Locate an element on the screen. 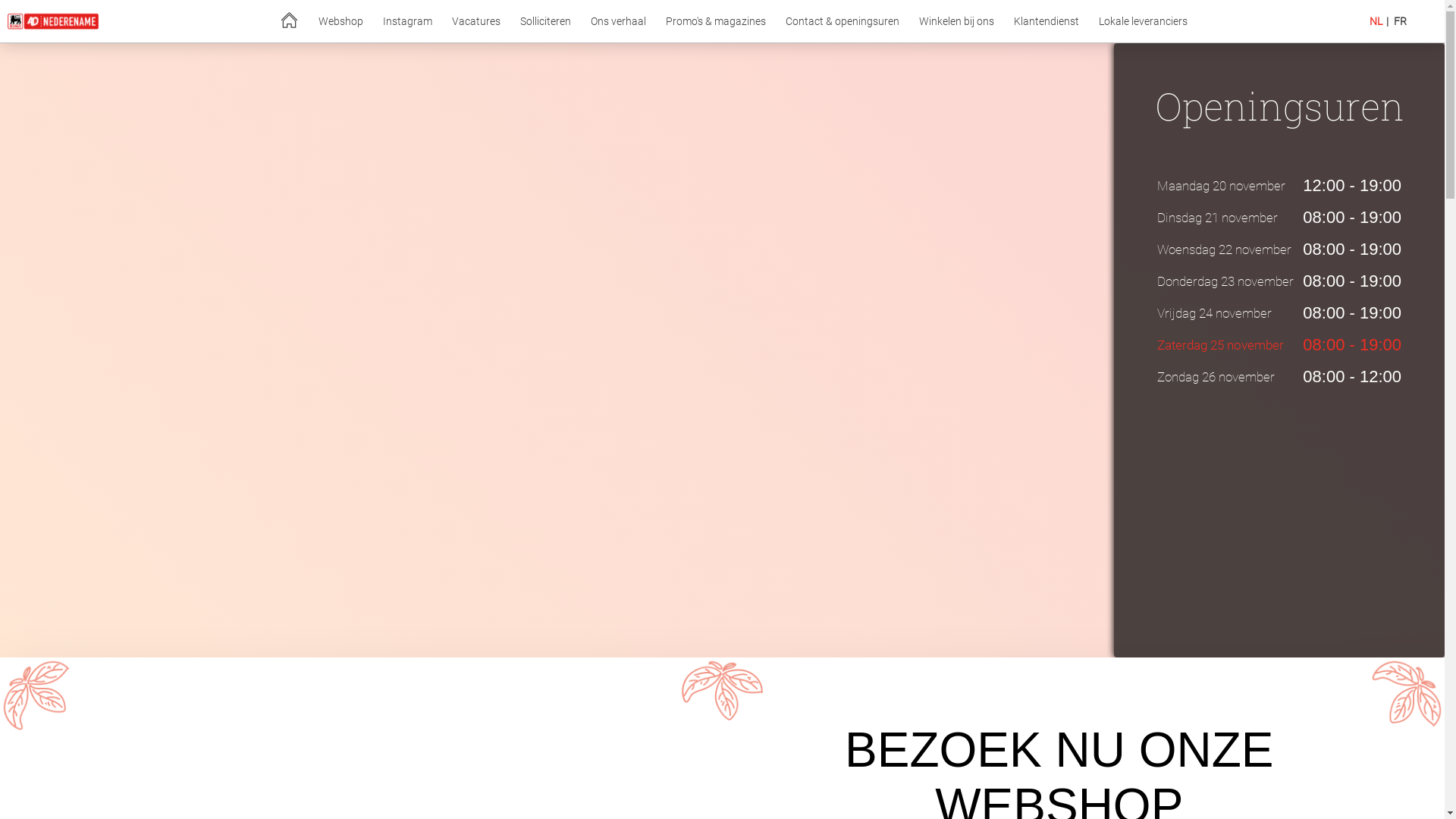  'Solliciteren' is located at coordinates (545, 20).